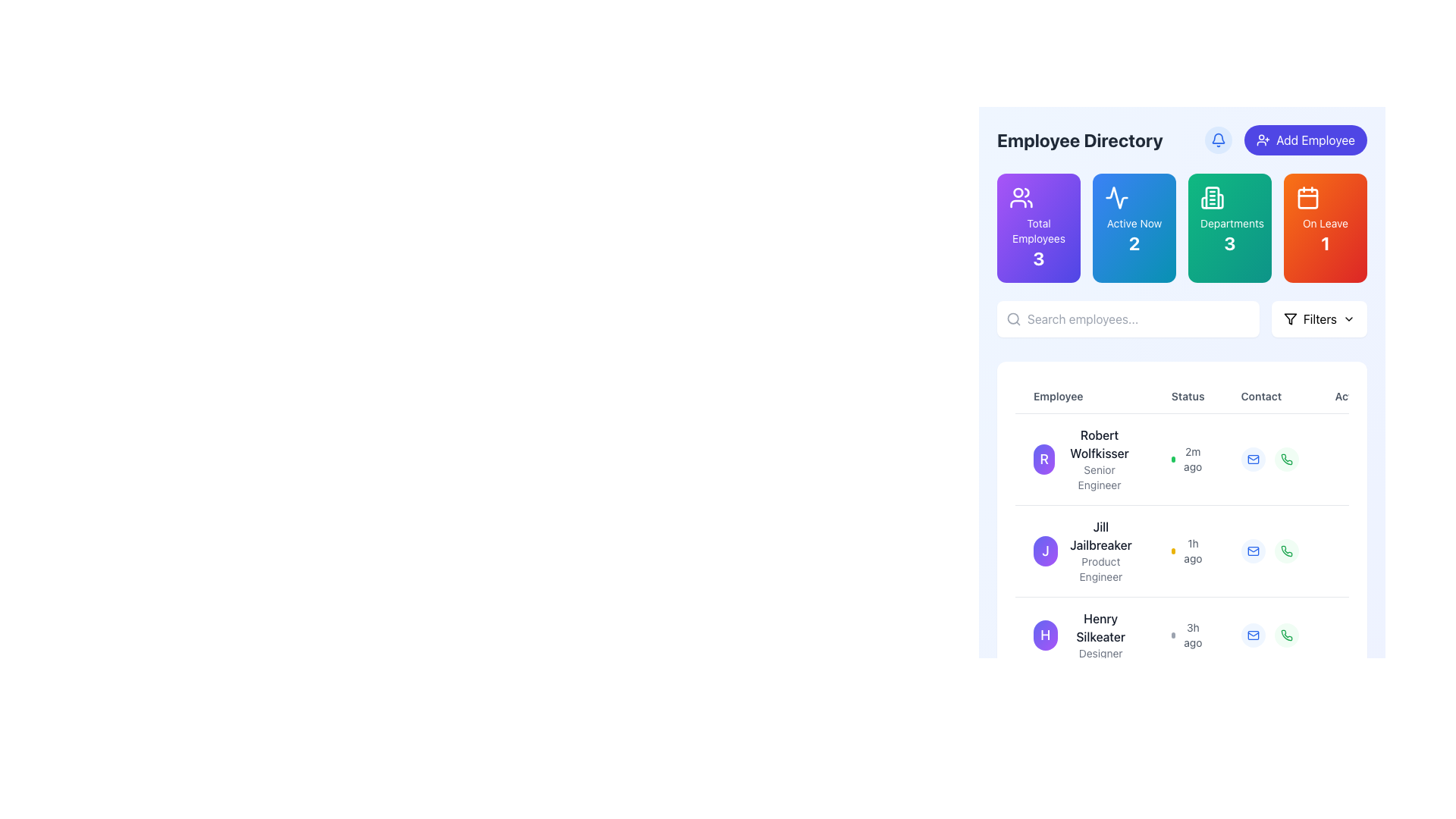  What do you see at coordinates (1134, 223) in the screenshot?
I see `text label that displays 'Active Now', which is styled in white on a gradient blue to cyan background, located near the top center of the card` at bounding box center [1134, 223].